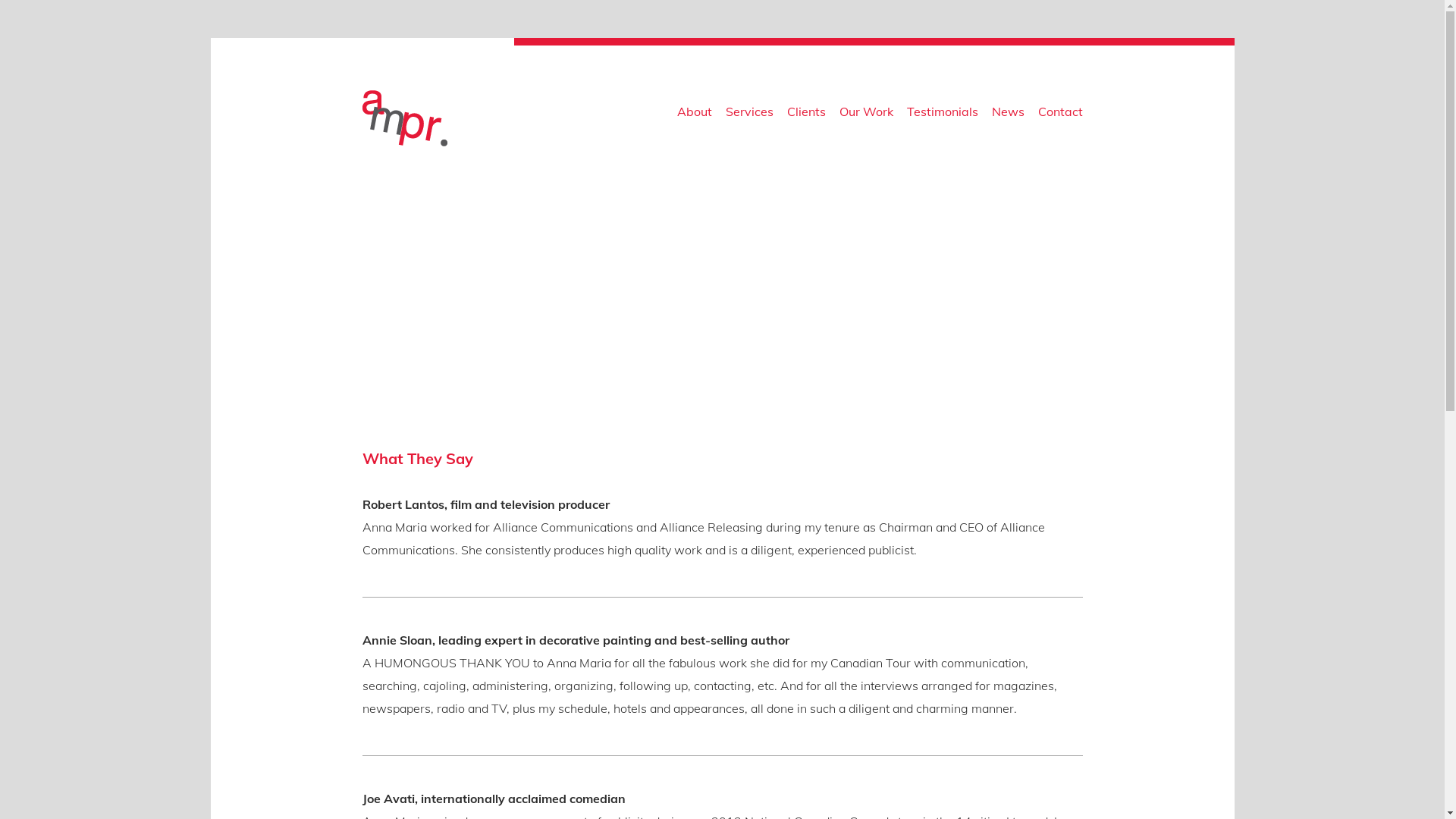 The height and width of the screenshot is (819, 1456). Describe the element at coordinates (693, 114) in the screenshot. I see `'About'` at that location.